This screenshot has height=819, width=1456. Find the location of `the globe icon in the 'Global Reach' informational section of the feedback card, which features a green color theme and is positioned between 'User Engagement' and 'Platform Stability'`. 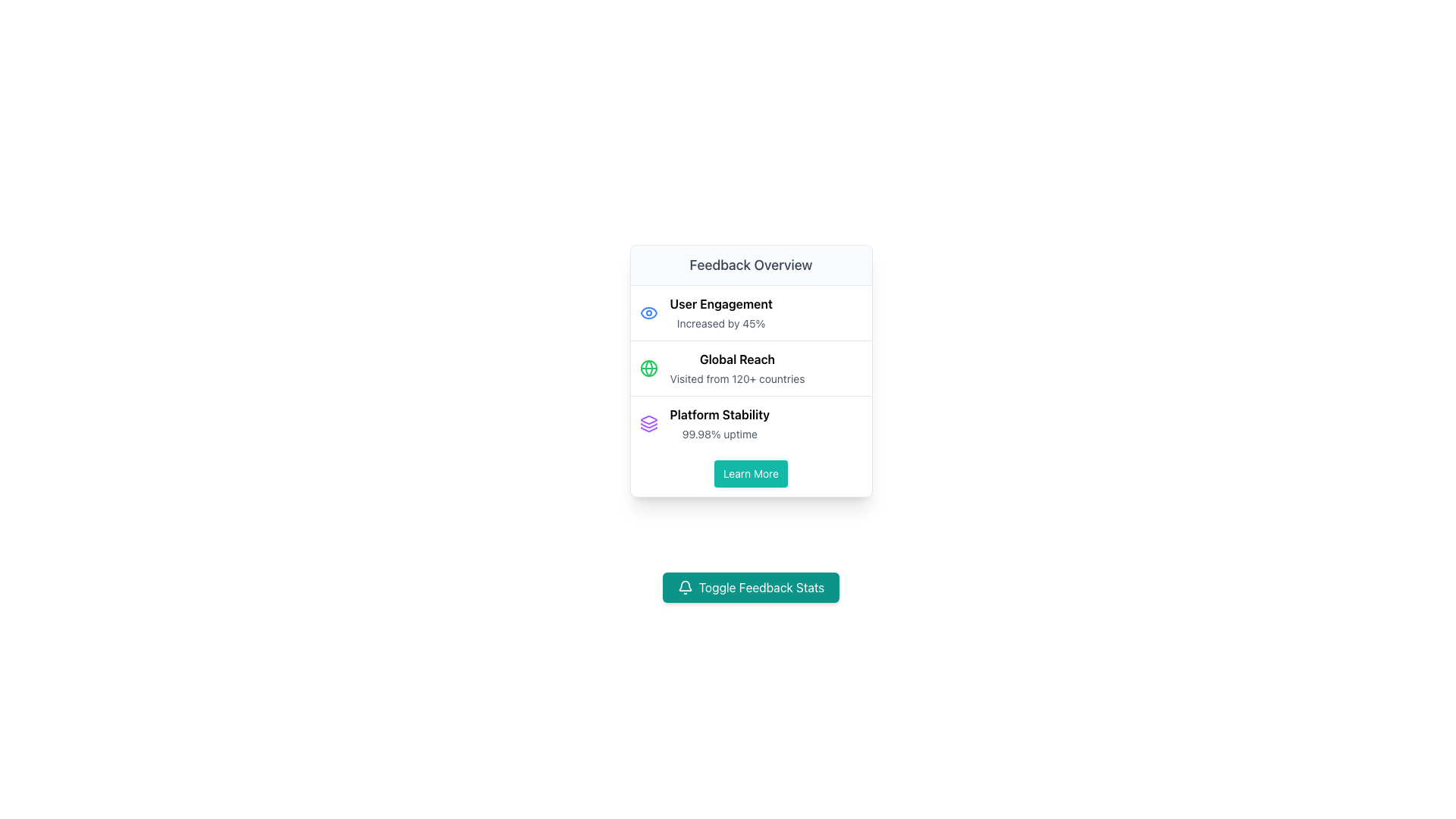

the globe icon in the 'Global Reach' informational section of the feedback card, which features a green color theme and is positioned between 'User Engagement' and 'Platform Stability' is located at coordinates (751, 368).